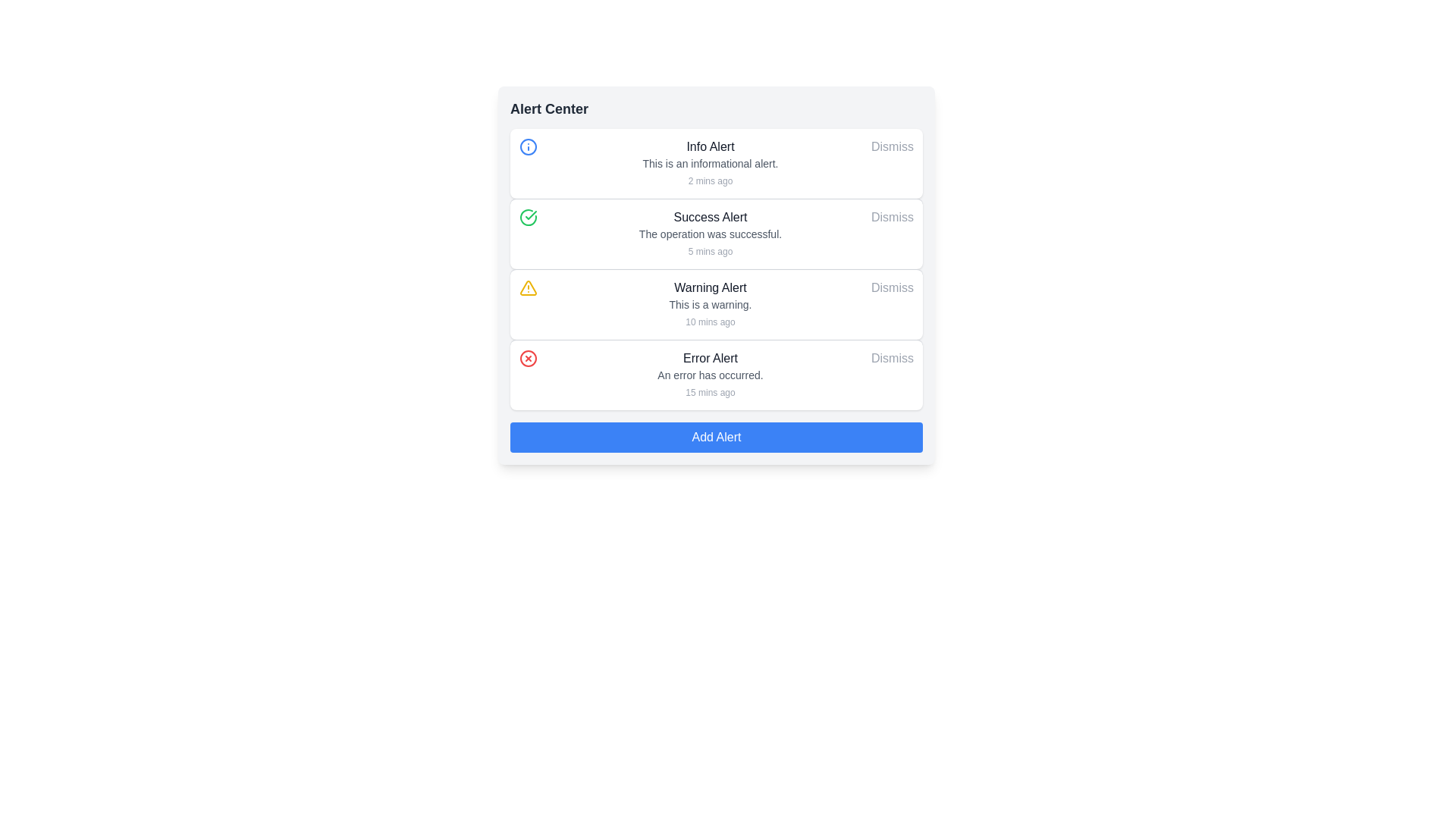  Describe the element at coordinates (709, 375) in the screenshot. I see `the 'Error Alert' notification element, which displays a bold title 'Error Alert', a description 'An error has occurred.', and a timestamp '15 mins ago', located in the Alert Center interface` at that location.